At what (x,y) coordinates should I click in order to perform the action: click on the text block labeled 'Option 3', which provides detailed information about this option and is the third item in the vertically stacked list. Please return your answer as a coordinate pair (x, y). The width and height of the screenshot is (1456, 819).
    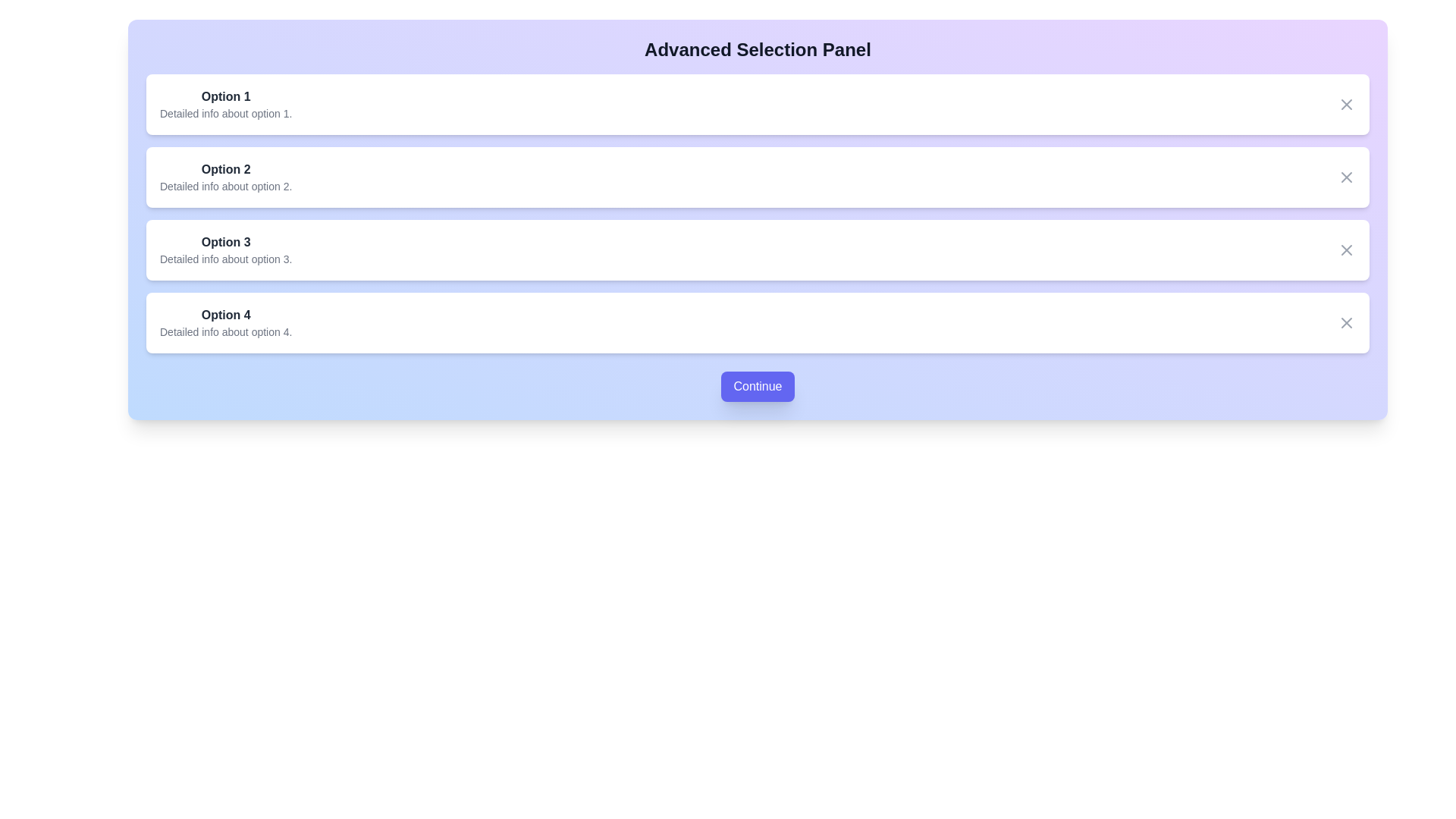
    Looking at the image, I should click on (225, 249).